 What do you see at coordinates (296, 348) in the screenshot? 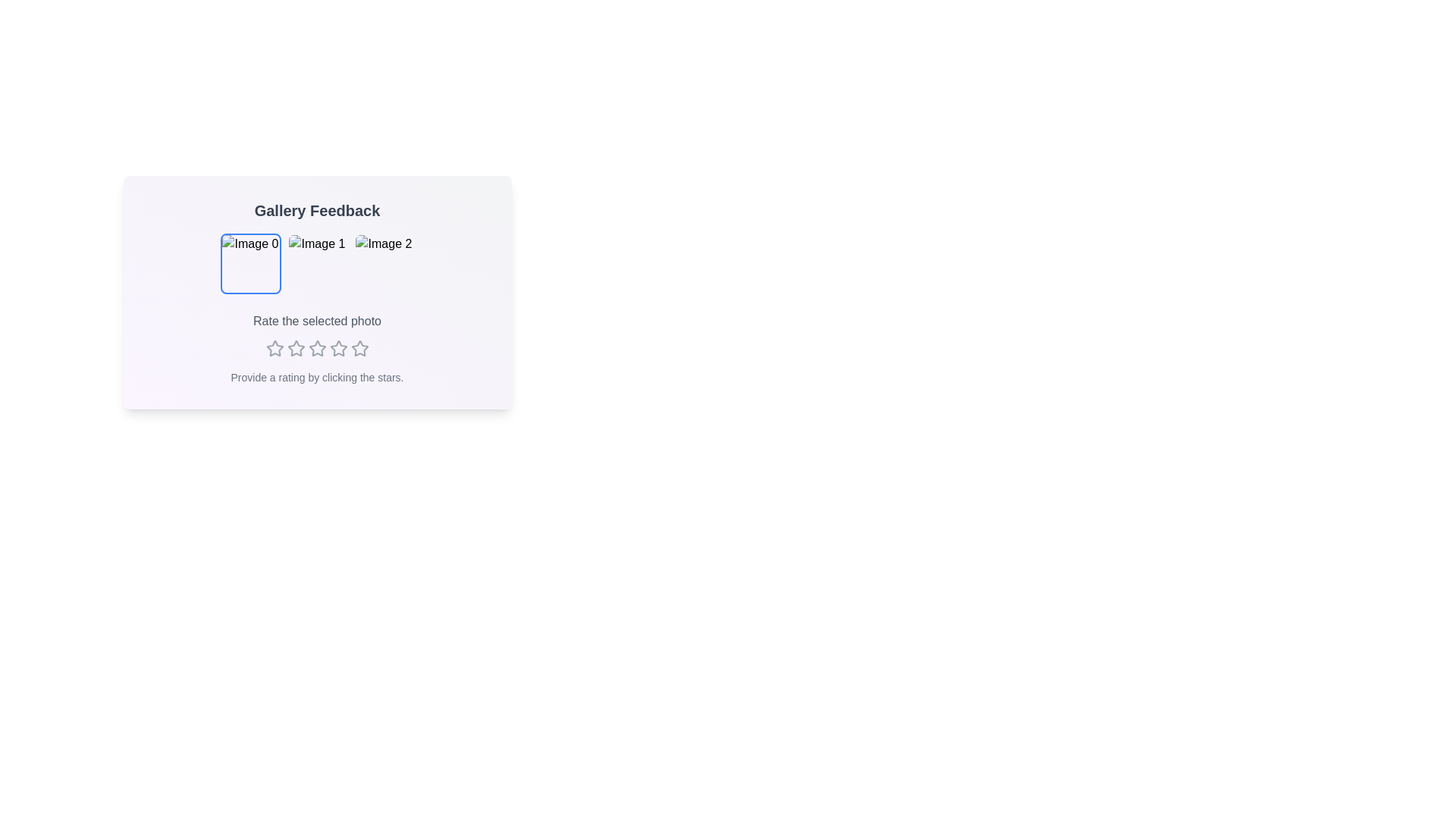
I see `the second star icon in the five-star rating system` at bounding box center [296, 348].